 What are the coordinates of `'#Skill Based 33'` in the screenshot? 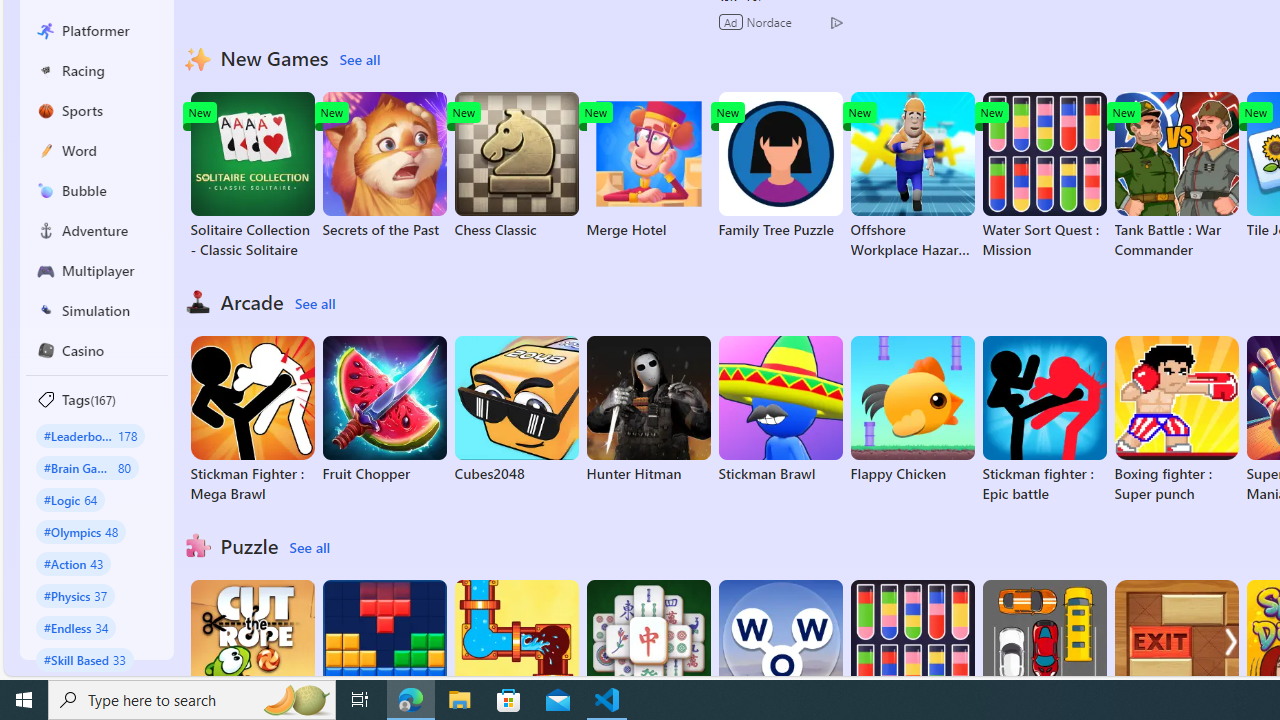 It's located at (84, 659).